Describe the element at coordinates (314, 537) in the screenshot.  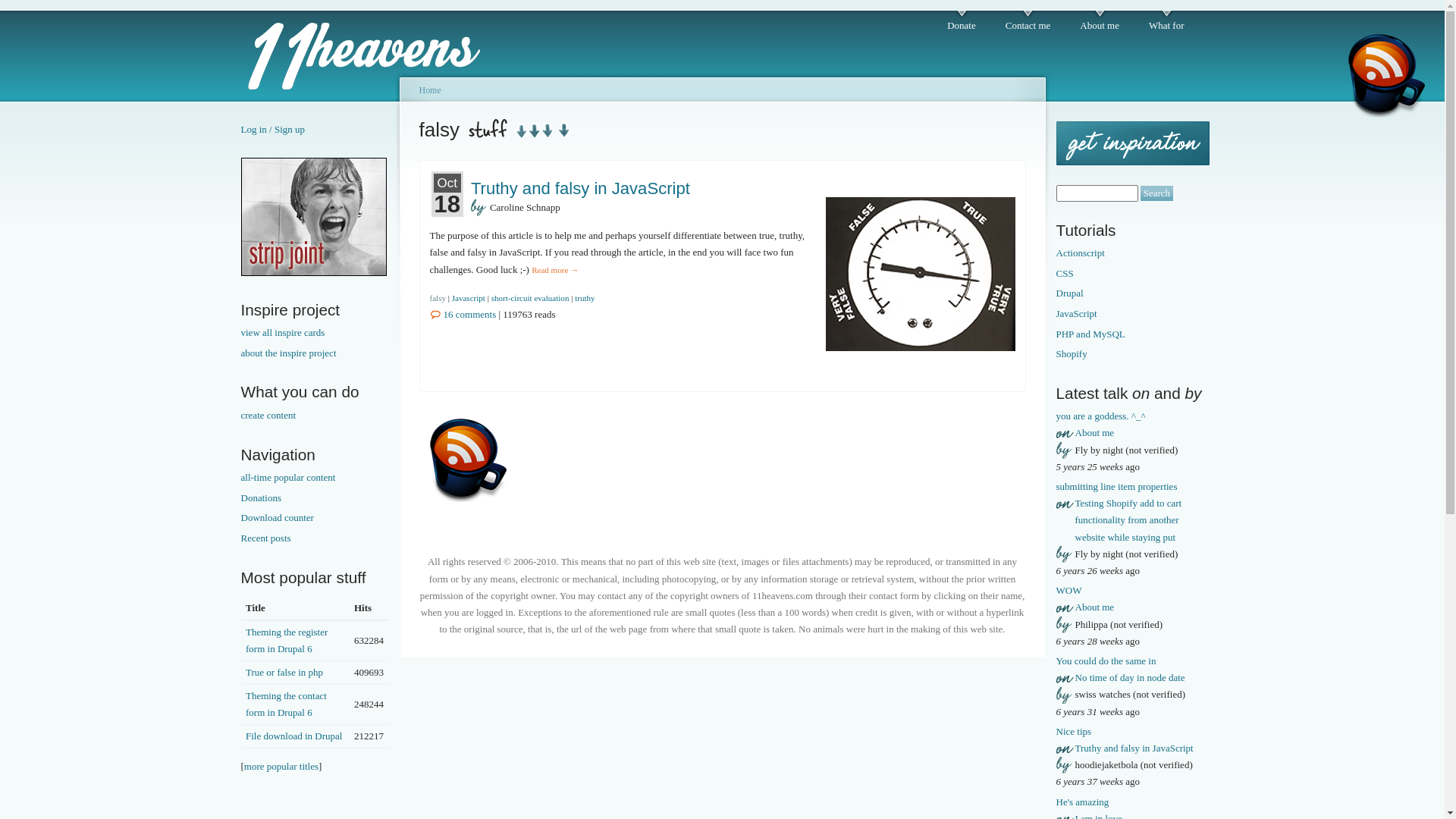
I see `'Recent posts'` at that location.